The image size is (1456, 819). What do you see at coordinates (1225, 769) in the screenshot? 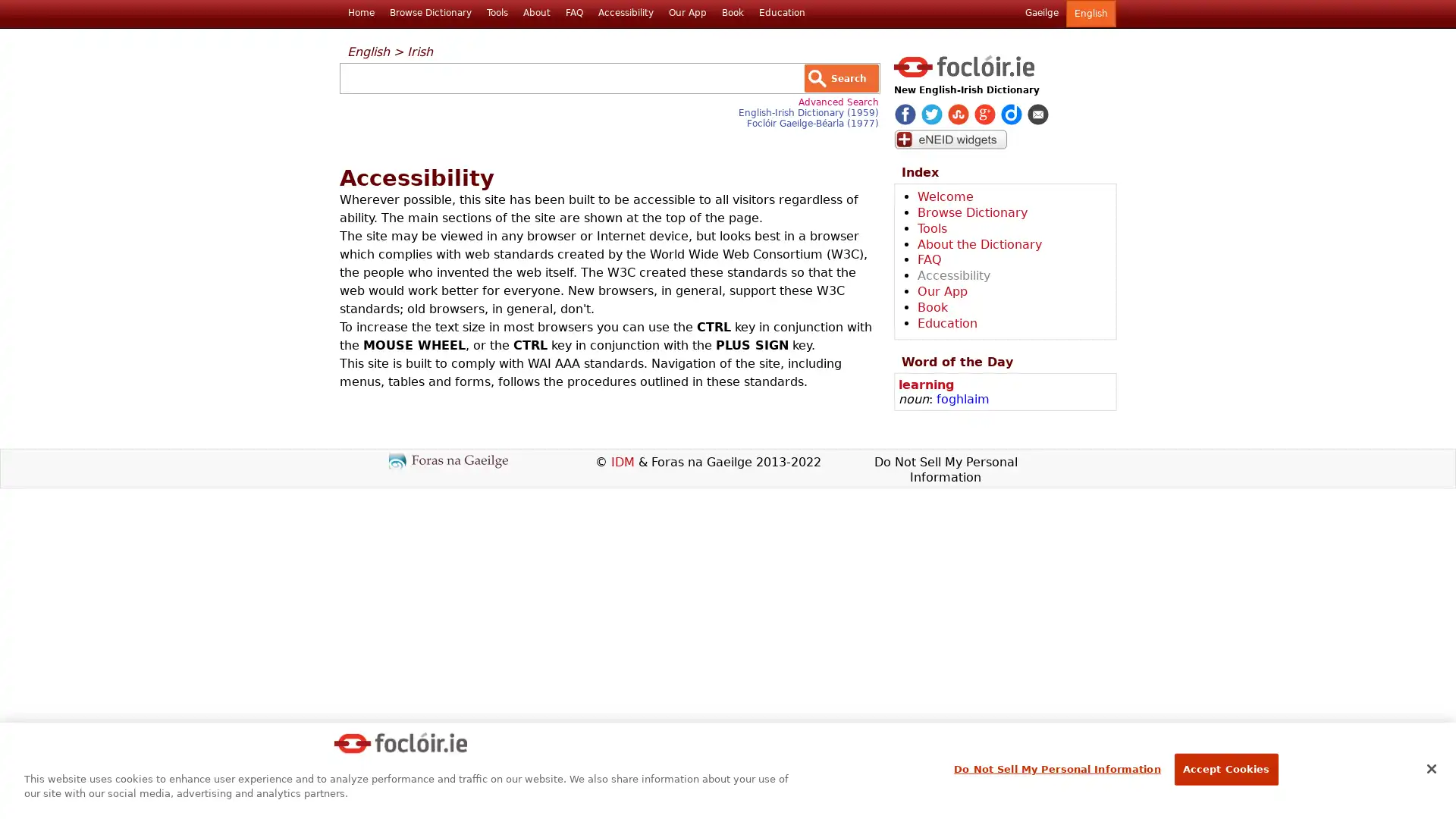
I see `Accept Cookies` at bounding box center [1225, 769].